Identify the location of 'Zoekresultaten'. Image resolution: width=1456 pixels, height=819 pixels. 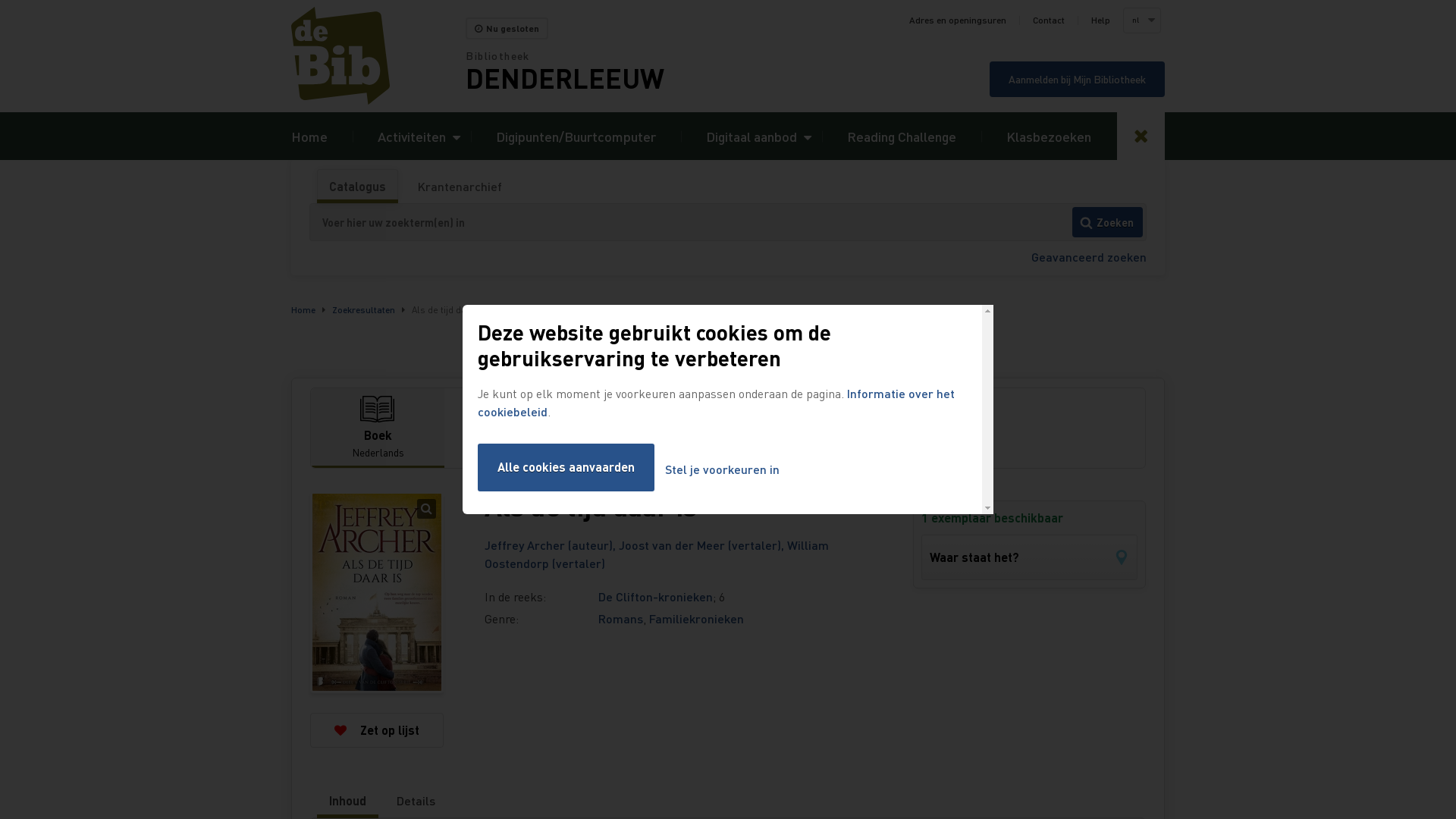
(362, 309).